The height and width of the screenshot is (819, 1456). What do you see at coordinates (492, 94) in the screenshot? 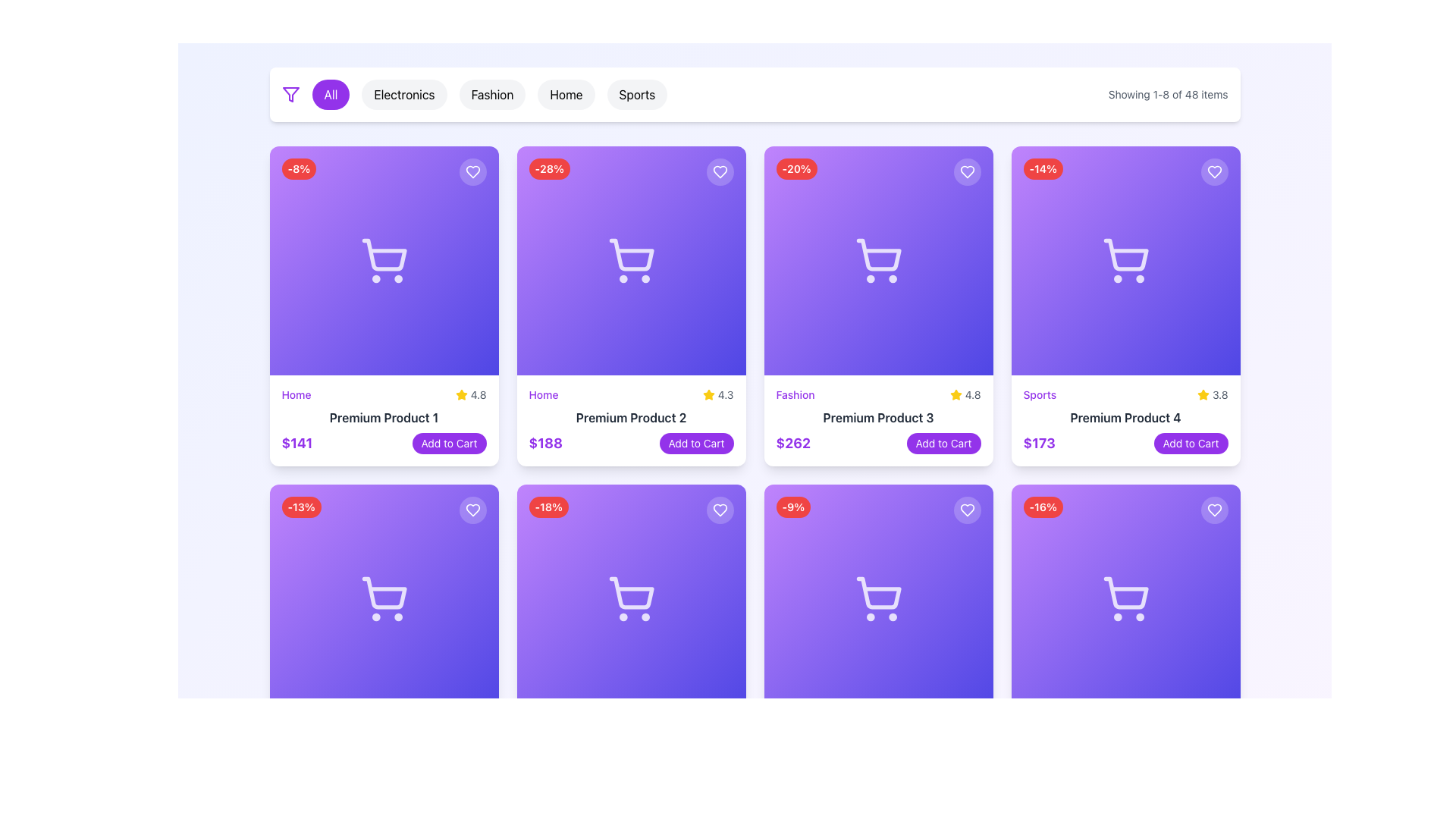
I see `the 'Fashion' category button, which is the third button in a horizontal row located between the 'Electronics' button and the 'Home' button, positioned towards the top-center of the page` at bounding box center [492, 94].